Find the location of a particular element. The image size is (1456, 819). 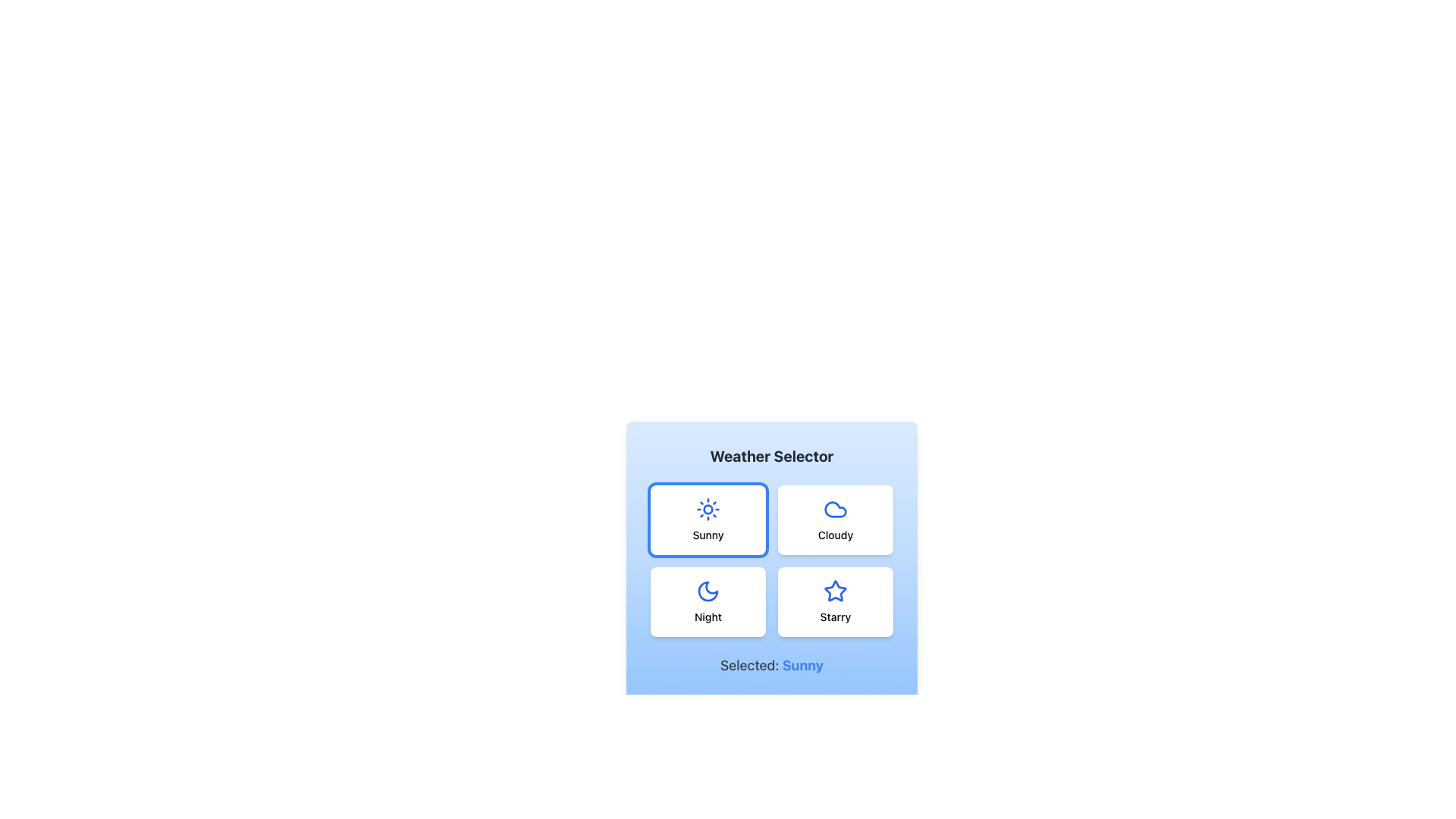

the 'Cloudy' weather mode icon located in the second column and first row of the four-button grid under the 'Weather Selector' header is located at coordinates (835, 509).